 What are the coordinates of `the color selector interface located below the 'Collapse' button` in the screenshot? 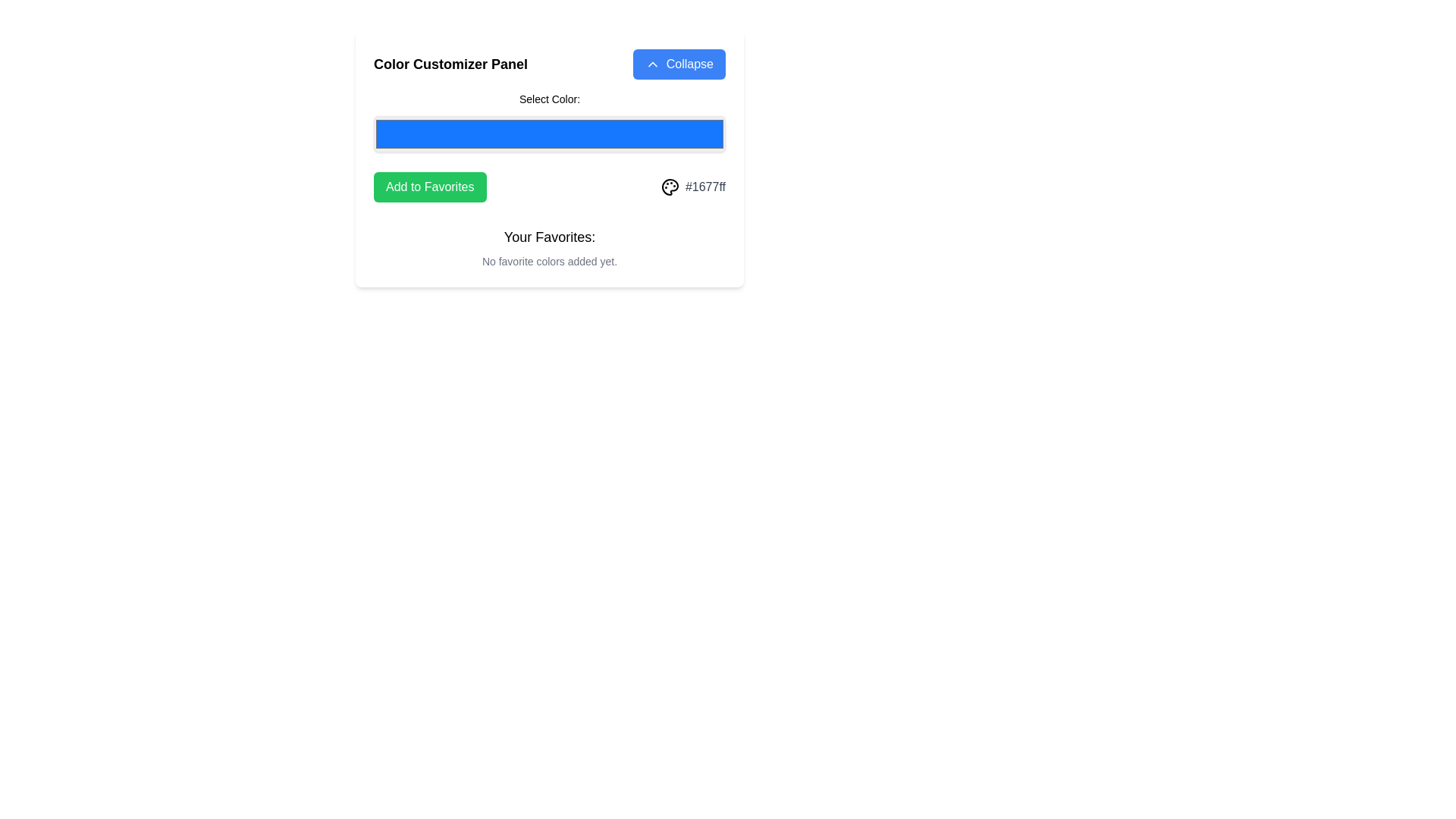 It's located at (548, 122).